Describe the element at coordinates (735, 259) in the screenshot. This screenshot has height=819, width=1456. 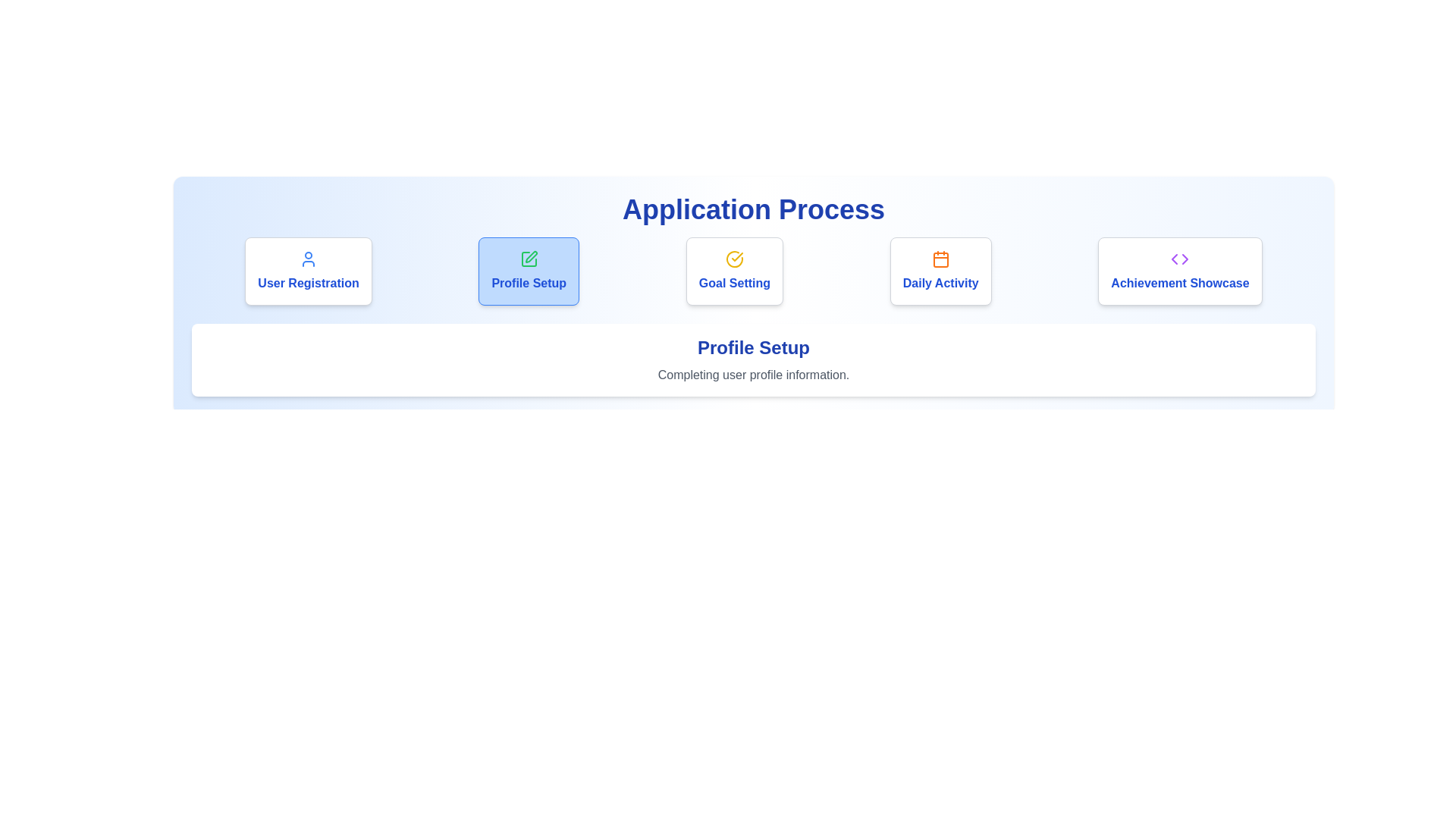
I see `the yellow checkmark icon within the circular outline, which is centrally located above the text label in the 'Goal Setting' card` at that location.